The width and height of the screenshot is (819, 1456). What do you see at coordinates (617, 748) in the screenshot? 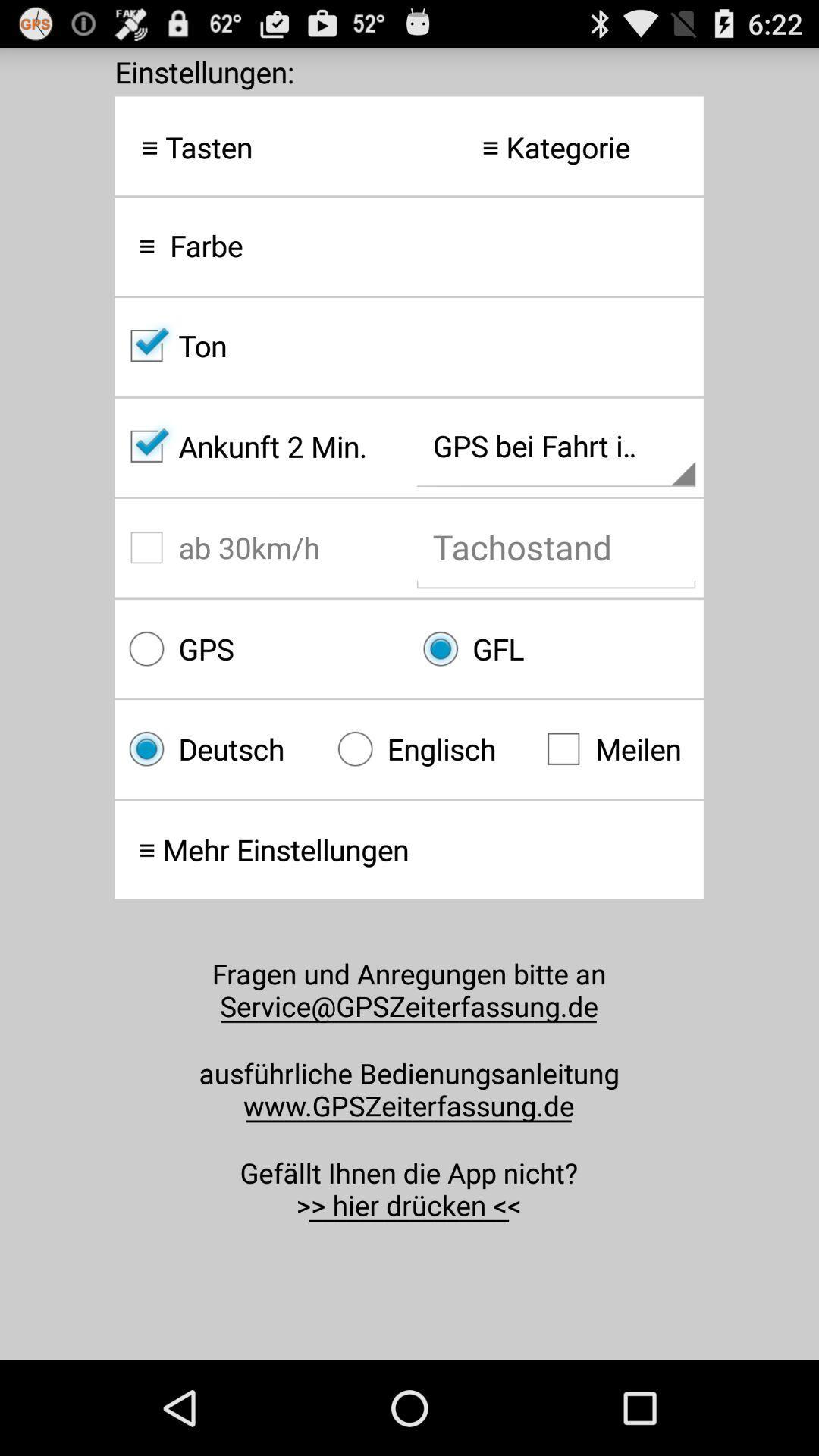
I see `icon to the right of englisch item` at bounding box center [617, 748].